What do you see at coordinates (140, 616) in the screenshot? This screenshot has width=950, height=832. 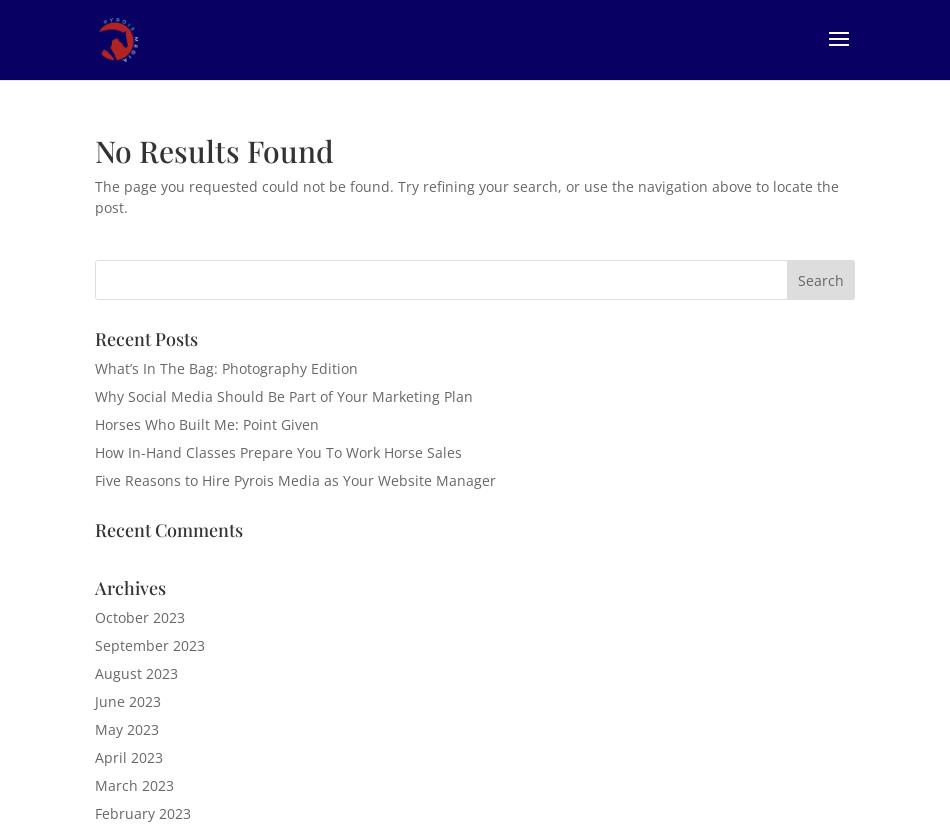 I see `'October 2023'` at bounding box center [140, 616].